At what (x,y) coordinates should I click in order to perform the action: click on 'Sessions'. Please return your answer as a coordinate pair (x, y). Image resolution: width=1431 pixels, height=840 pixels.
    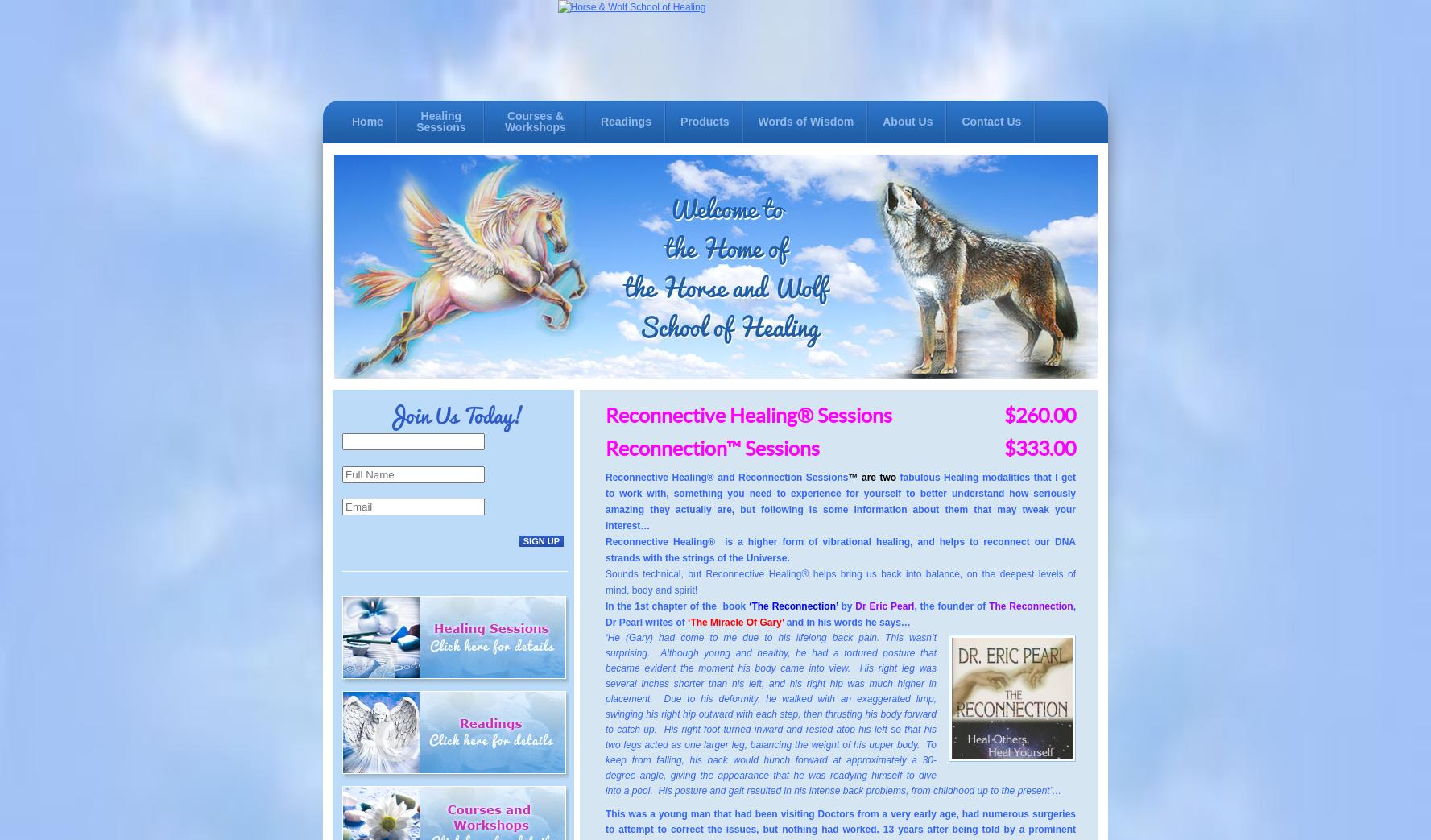
    Looking at the image, I should click on (744, 448).